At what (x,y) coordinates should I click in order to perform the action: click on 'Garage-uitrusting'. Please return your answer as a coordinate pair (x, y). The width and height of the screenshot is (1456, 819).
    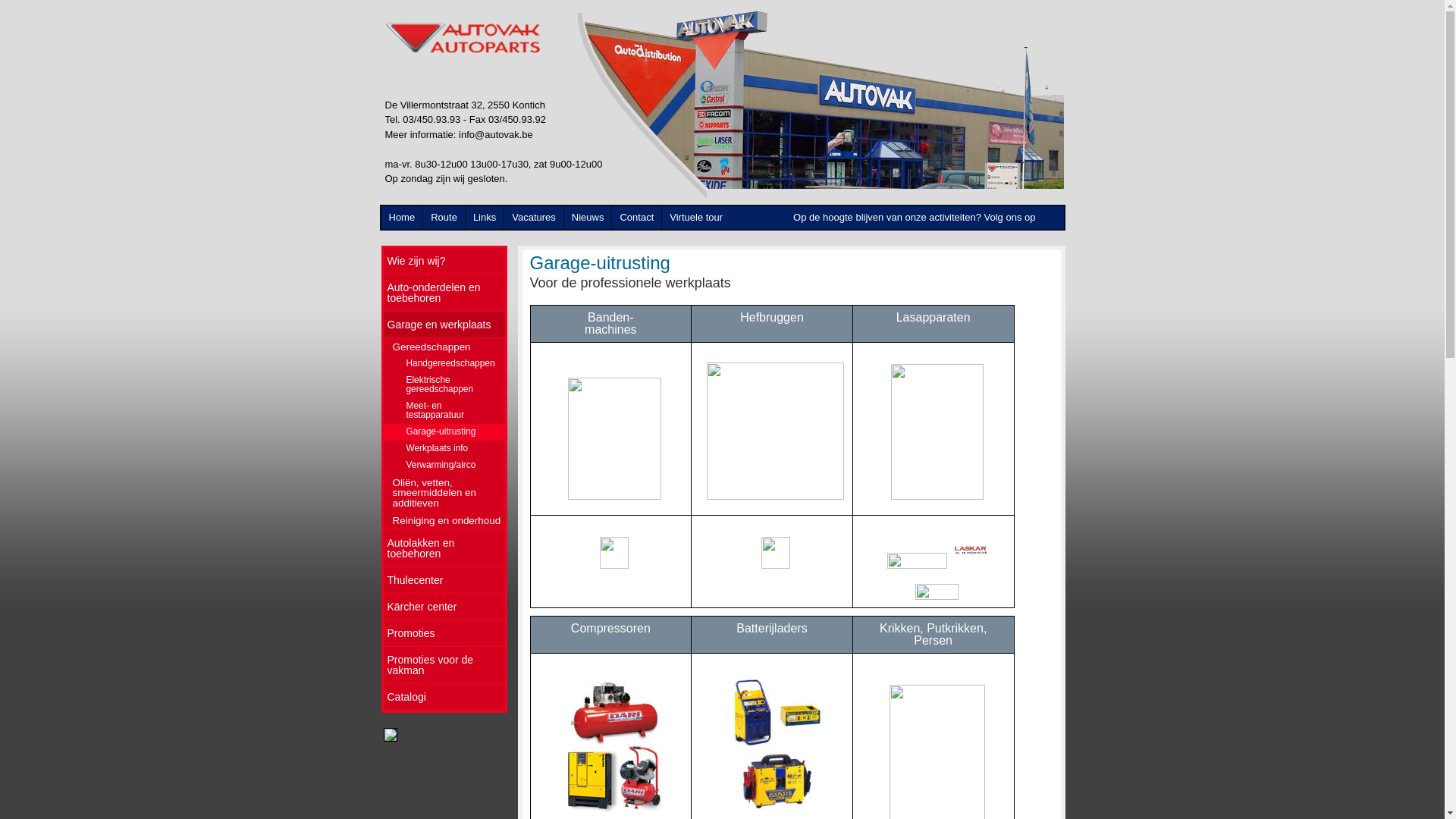
    Looking at the image, I should click on (383, 432).